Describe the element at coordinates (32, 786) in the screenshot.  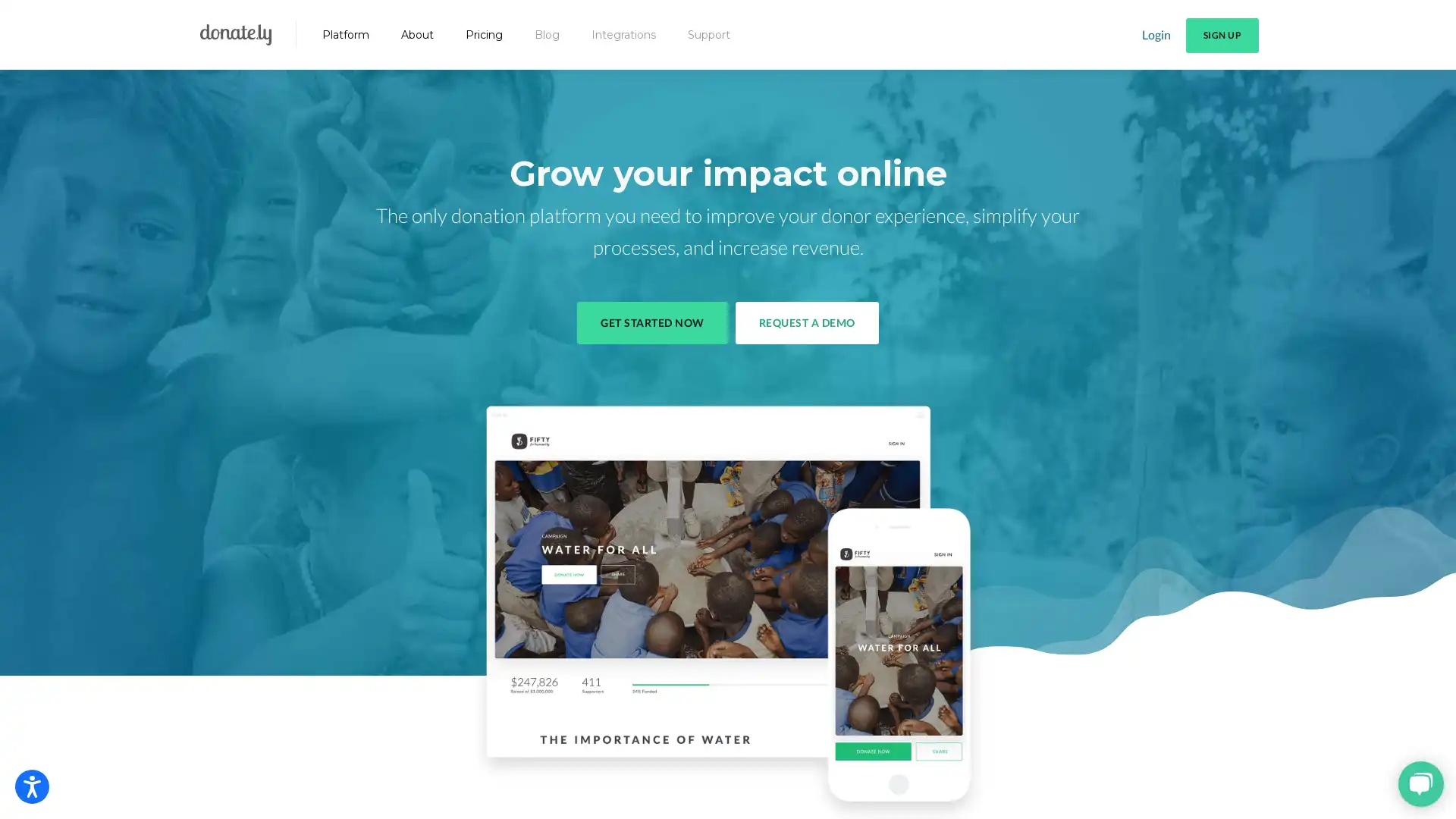
I see `Open accessibility options, statement and help` at that location.